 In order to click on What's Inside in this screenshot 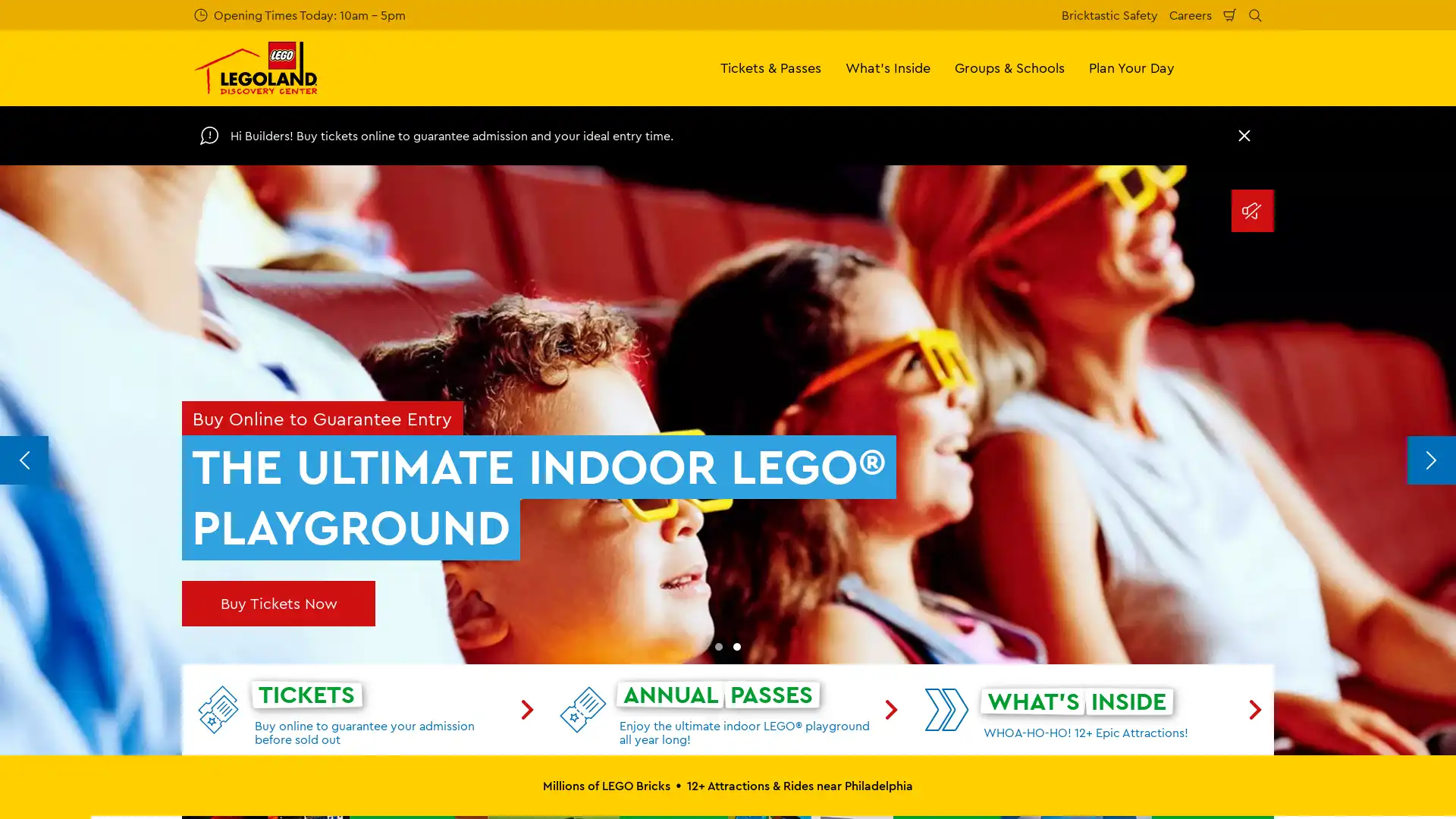, I will do `click(888, 67)`.